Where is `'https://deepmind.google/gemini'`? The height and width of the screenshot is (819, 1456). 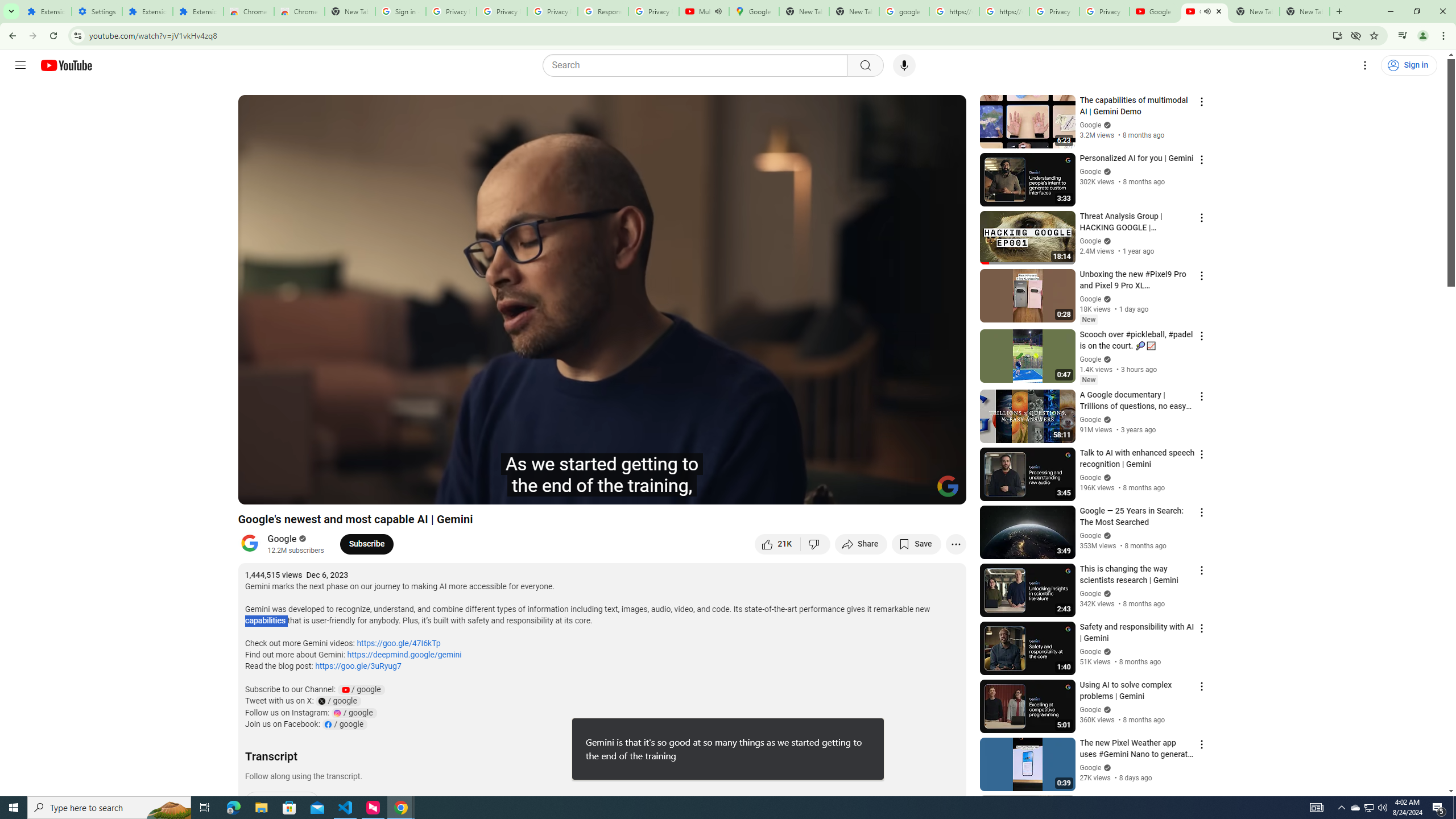 'https://deepmind.google/gemini' is located at coordinates (403, 655).